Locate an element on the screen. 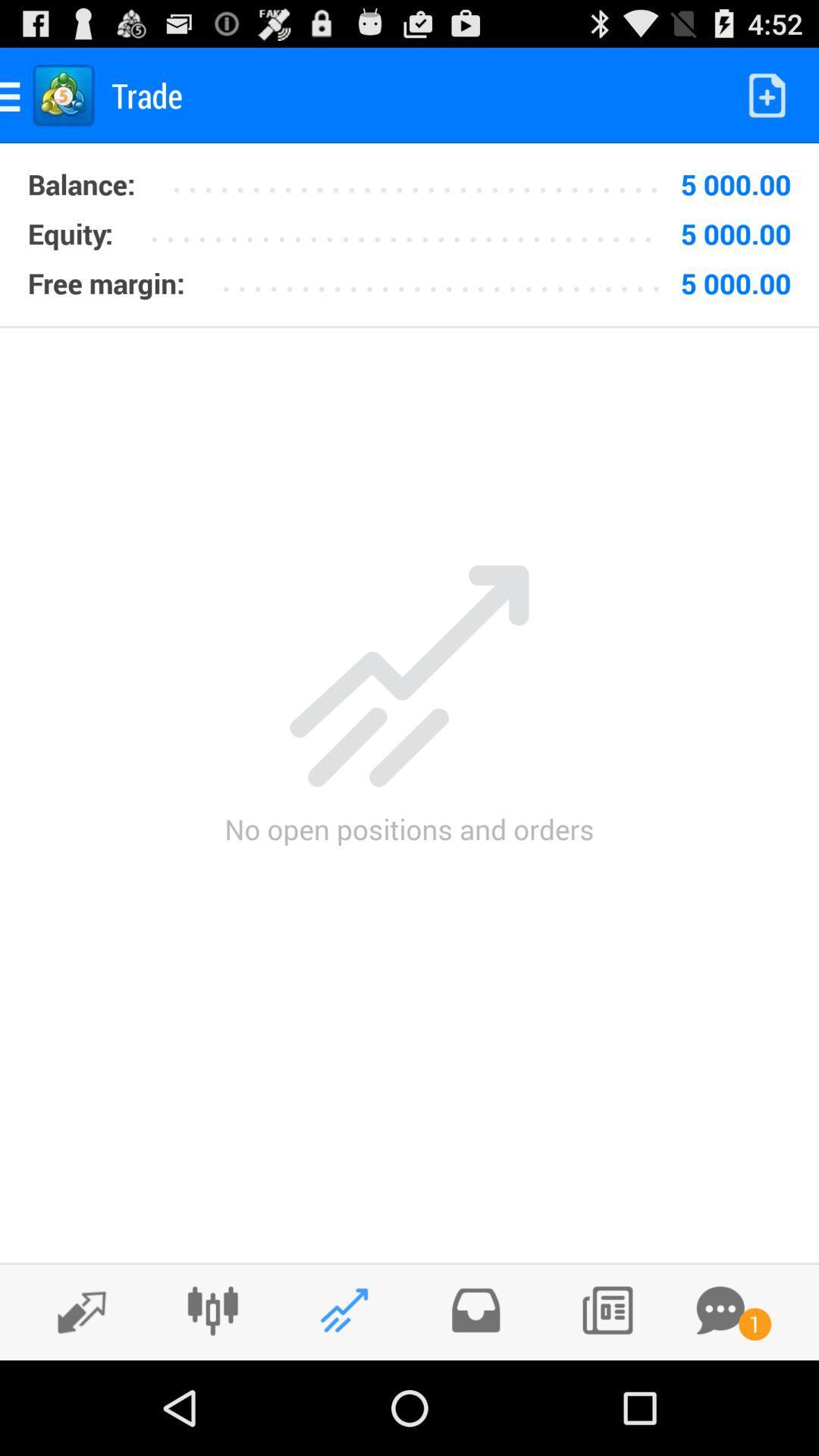 This screenshot has width=819, height=1456. put the plug in is located at coordinates (212, 1310).